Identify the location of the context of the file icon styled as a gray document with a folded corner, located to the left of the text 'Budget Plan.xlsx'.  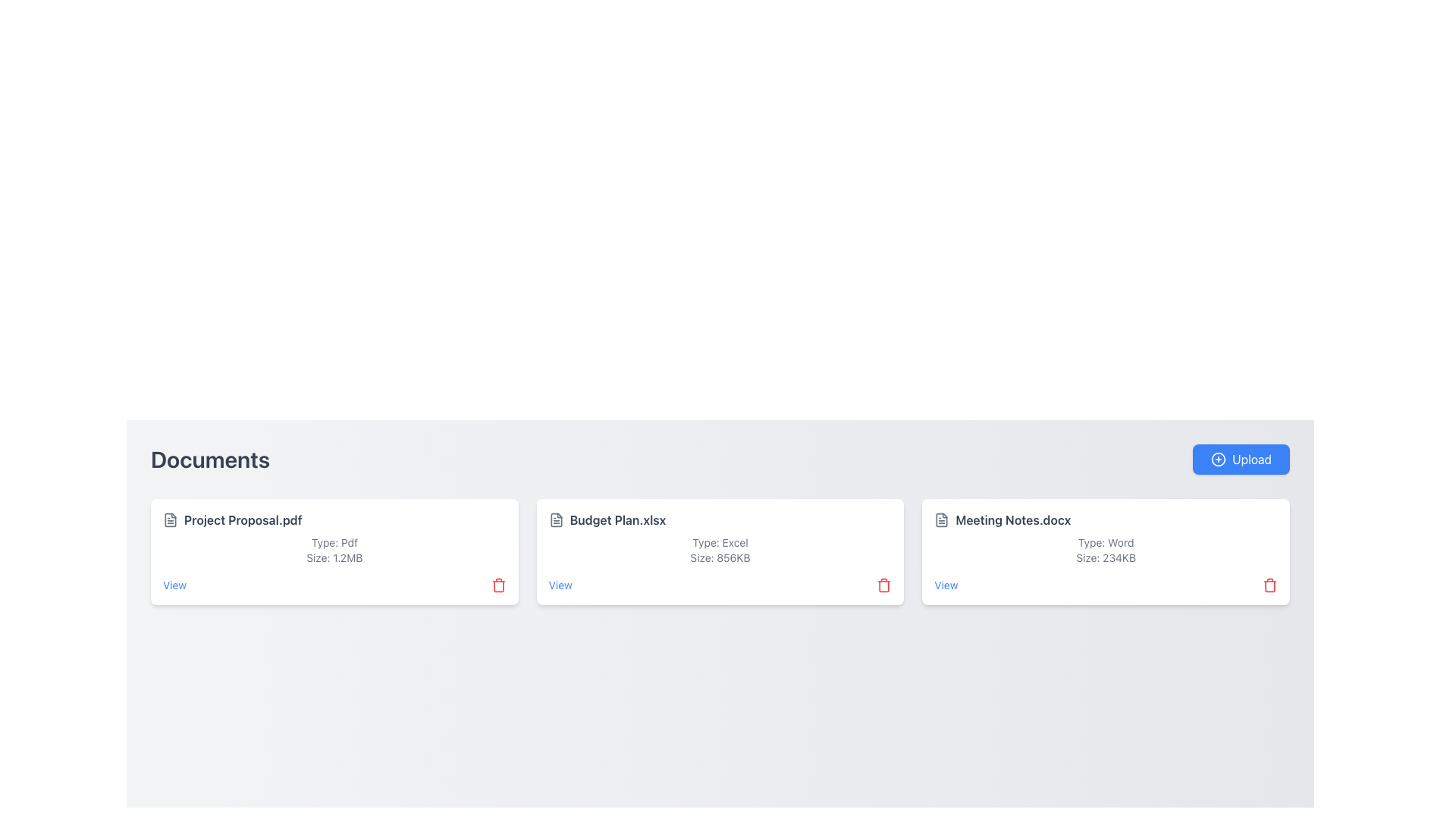
(555, 519).